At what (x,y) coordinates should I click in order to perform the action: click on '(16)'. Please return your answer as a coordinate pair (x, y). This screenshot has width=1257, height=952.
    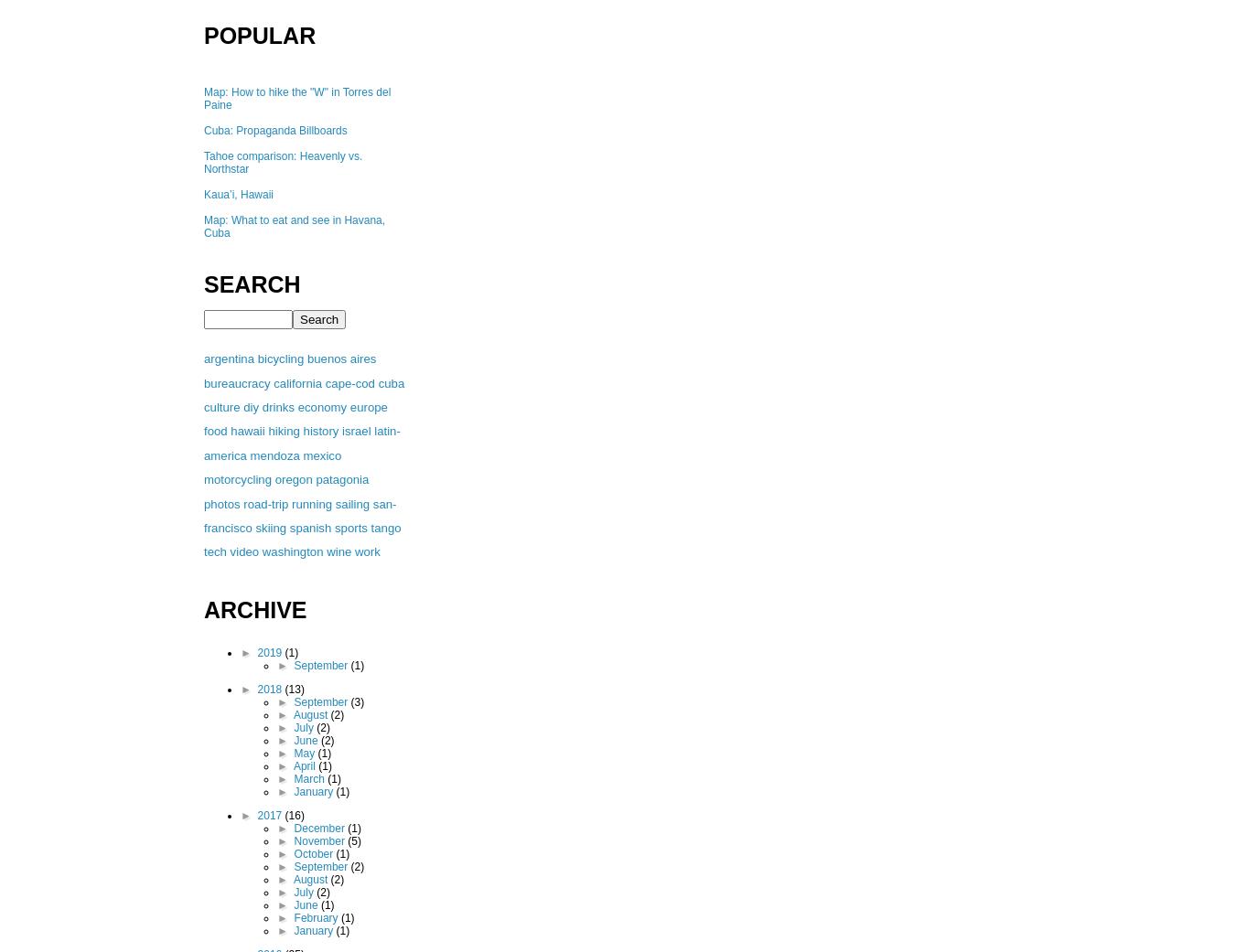
    Looking at the image, I should click on (293, 815).